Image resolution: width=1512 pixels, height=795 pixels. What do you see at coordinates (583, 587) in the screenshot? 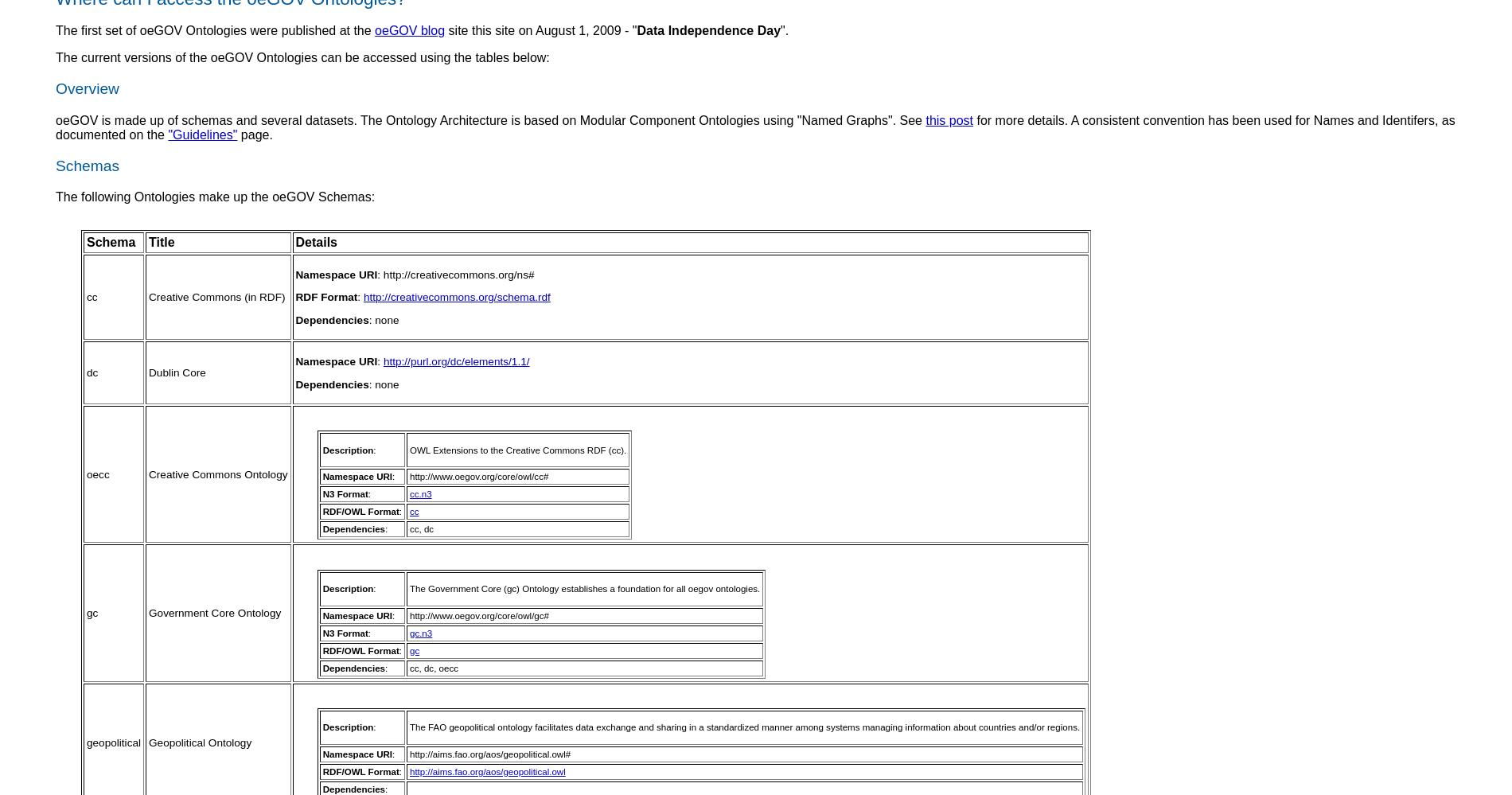
I see `'The Government Core (gc) Ontology establishes a foundation for all oegov ontologies.'` at bounding box center [583, 587].